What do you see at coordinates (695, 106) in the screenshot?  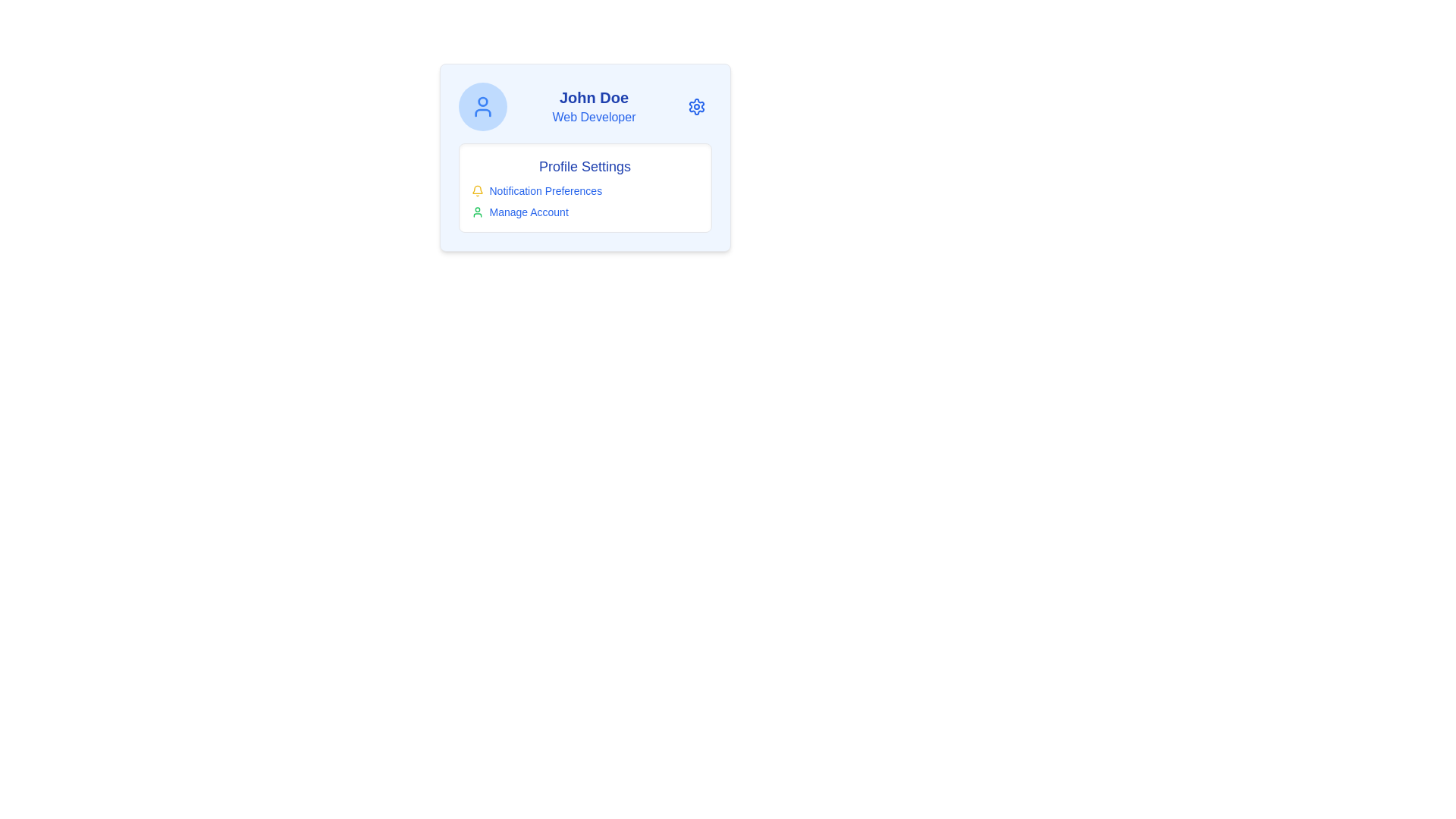 I see `the gear icon located at the top-right corner of the user information card for additional options` at bounding box center [695, 106].